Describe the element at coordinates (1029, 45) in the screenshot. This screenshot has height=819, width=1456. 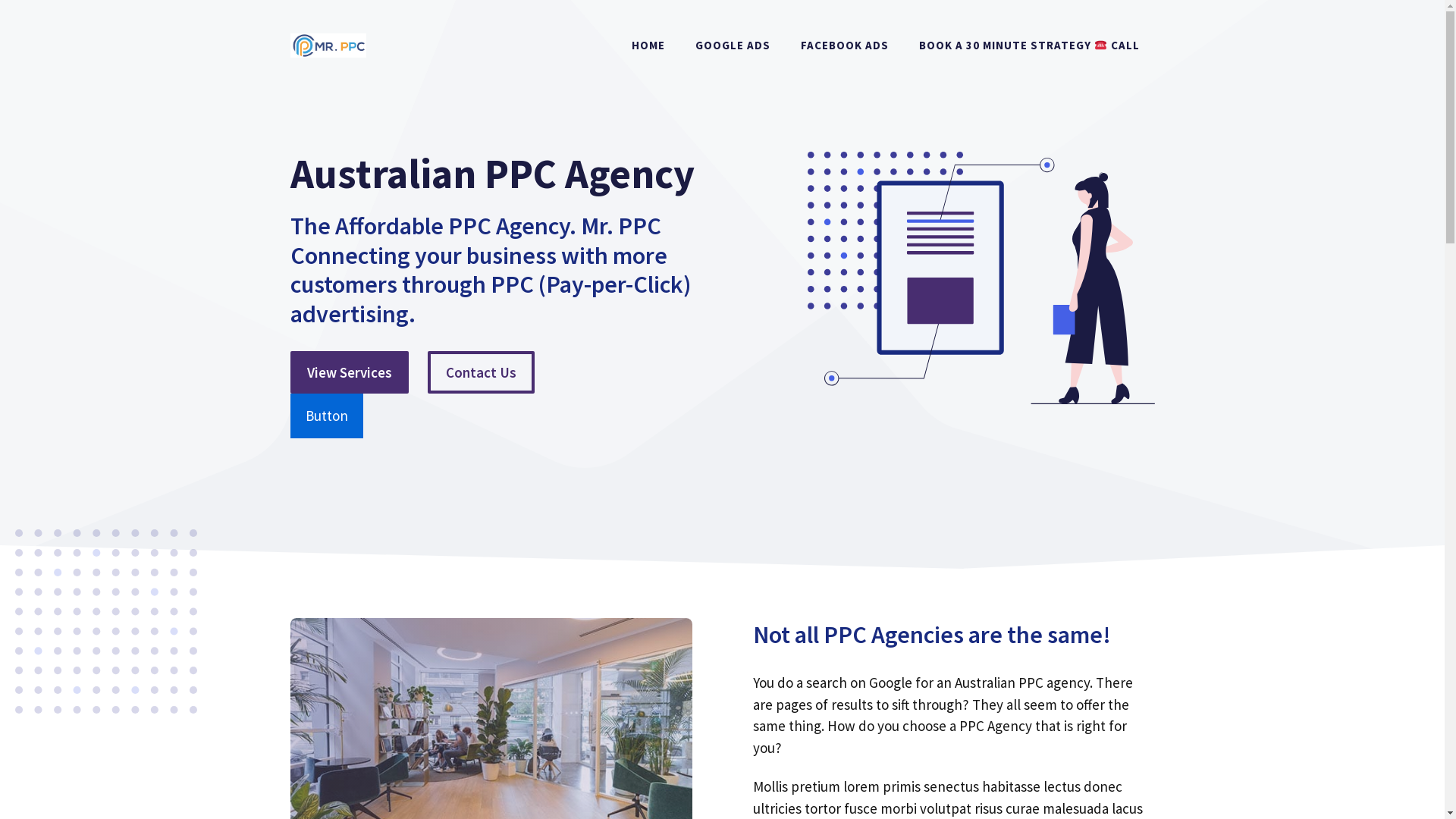
I see `'BOOK A 30 MINUTE STRATEGY CALL'` at that location.